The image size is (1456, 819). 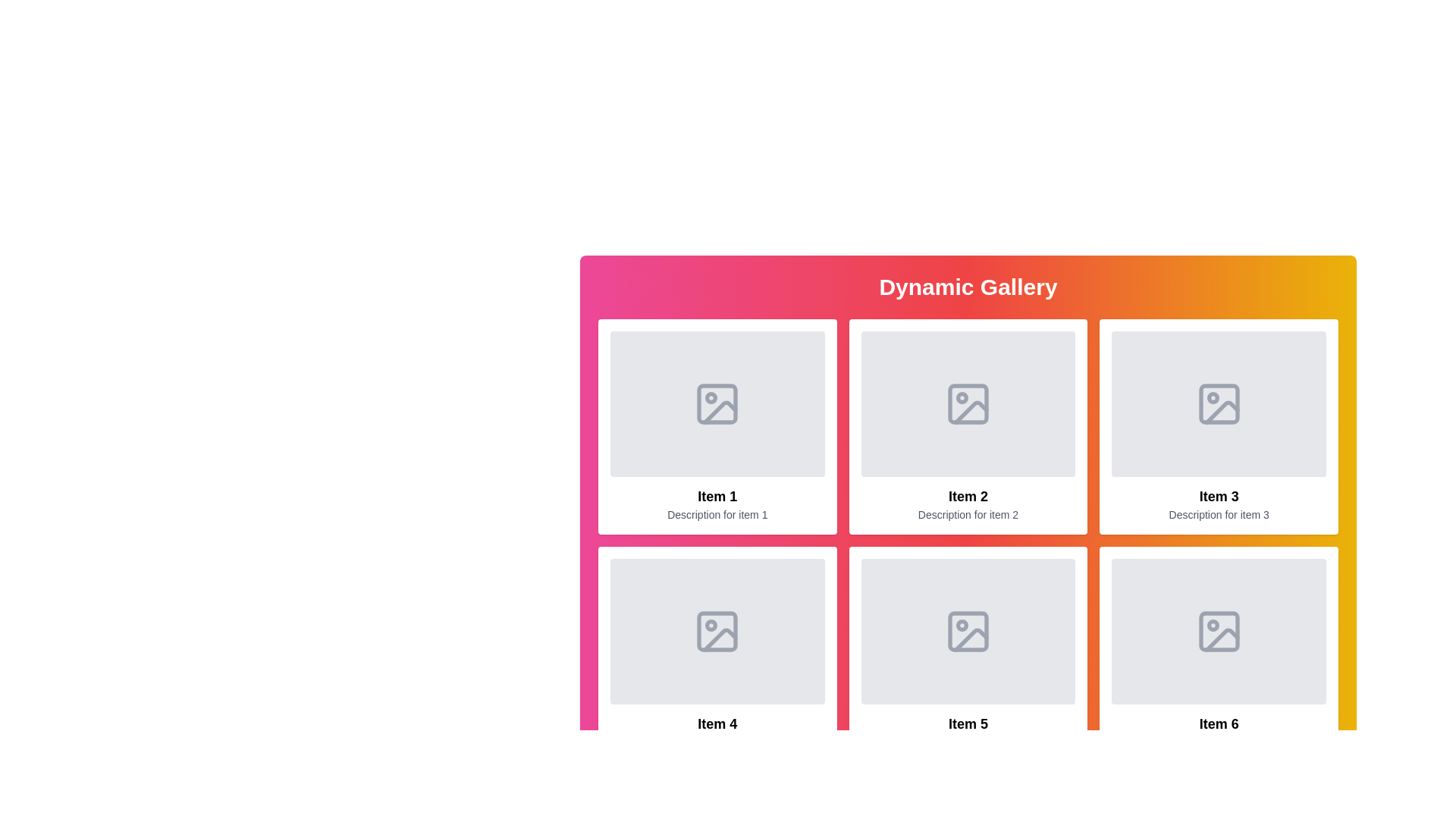 I want to click on the outlined image icon located in the second column of the top row beneath 'Item 2', so click(x=967, y=403).